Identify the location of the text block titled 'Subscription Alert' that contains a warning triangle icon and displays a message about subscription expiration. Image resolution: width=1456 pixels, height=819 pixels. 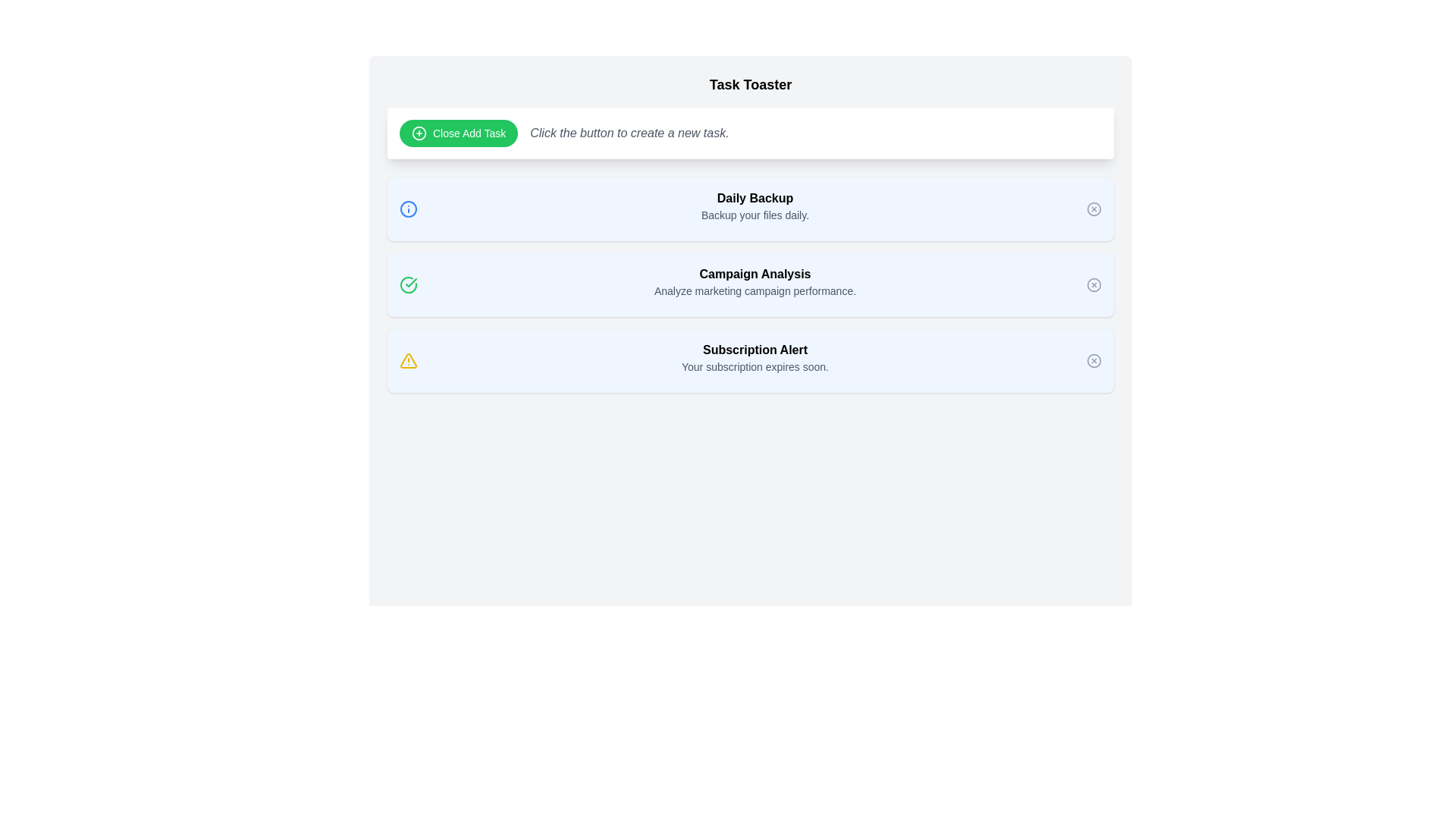
(755, 360).